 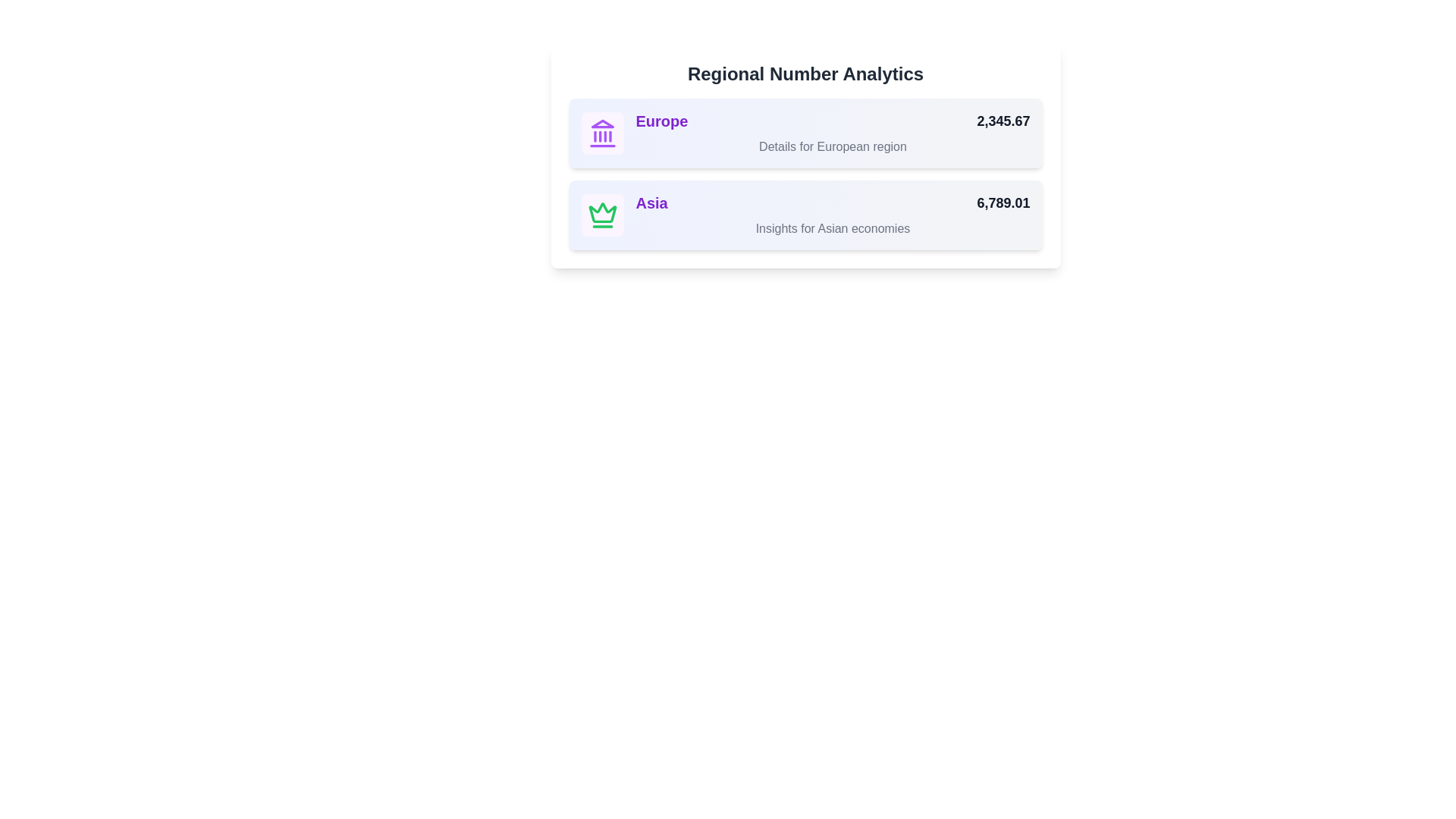 What do you see at coordinates (662, 120) in the screenshot?
I see `textual label that displays 'Europe', which is styled in bold purple font and located in the first card of a vertical list, positioned between an icon and a numeric value` at bounding box center [662, 120].